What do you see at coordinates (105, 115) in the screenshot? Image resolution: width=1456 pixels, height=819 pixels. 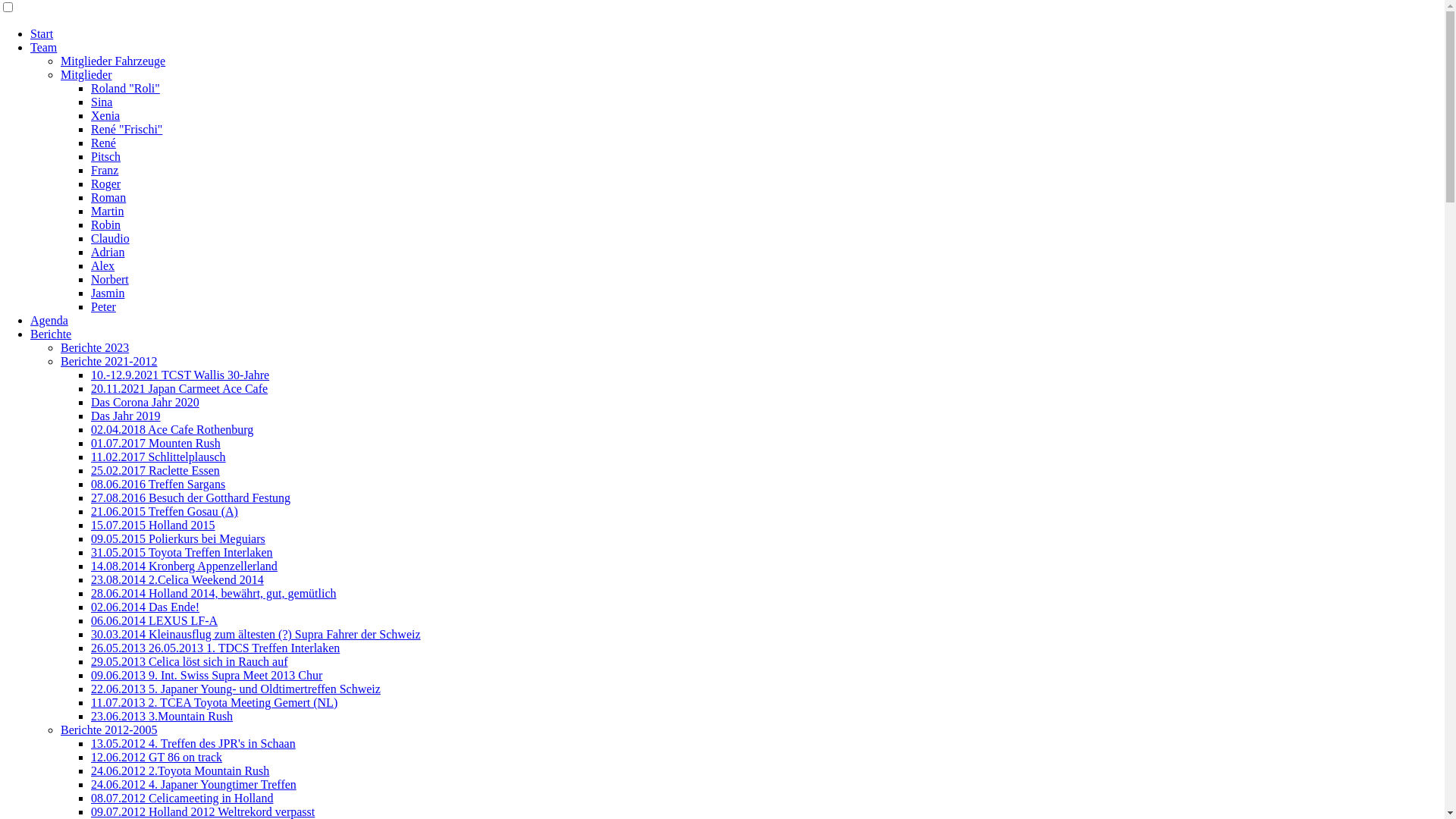 I see `'Xenia'` at bounding box center [105, 115].